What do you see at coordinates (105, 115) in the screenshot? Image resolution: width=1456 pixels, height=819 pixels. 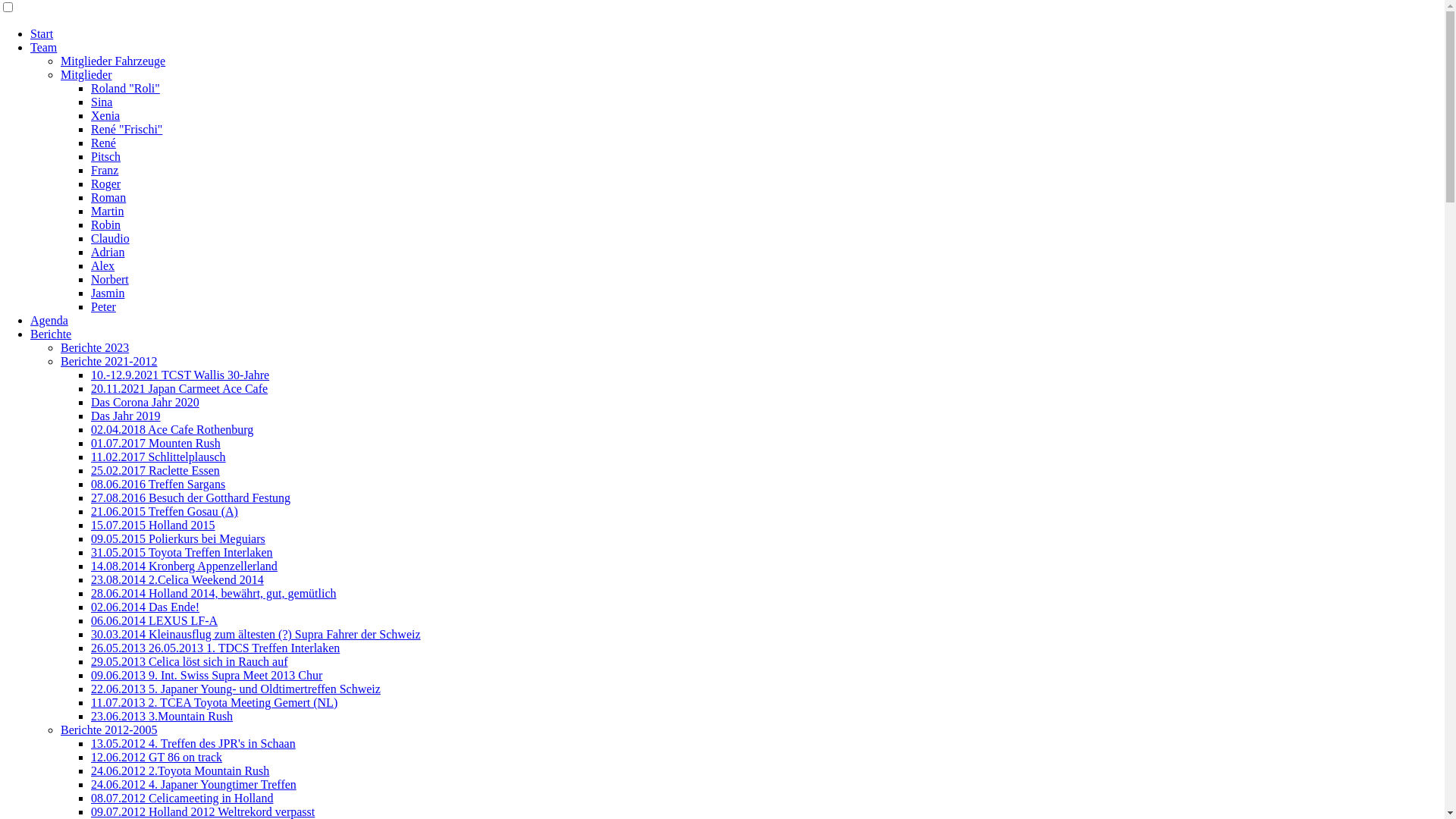 I see `'Xenia'` at bounding box center [105, 115].